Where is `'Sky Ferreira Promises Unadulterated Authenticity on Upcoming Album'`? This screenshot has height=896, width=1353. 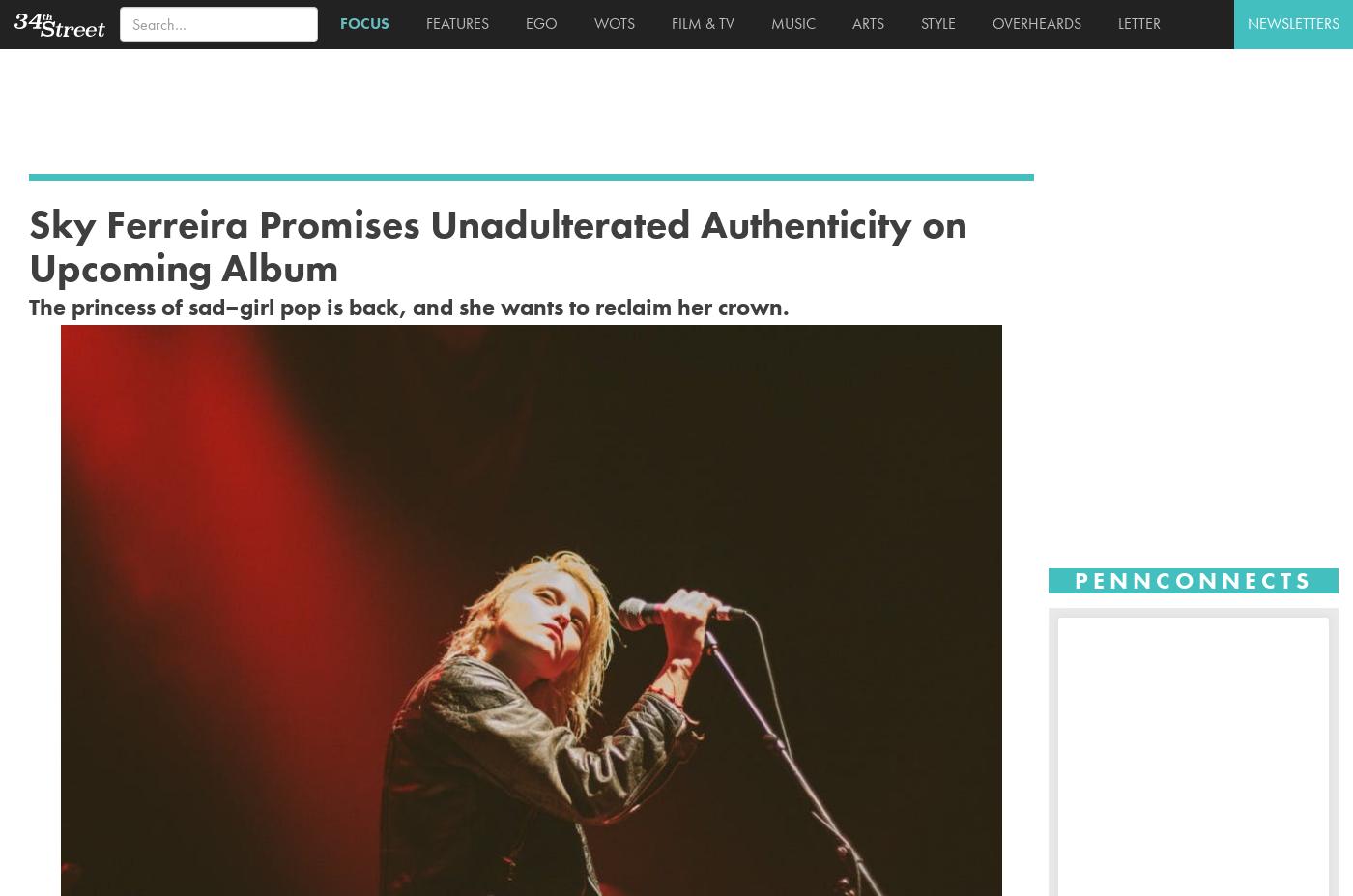 'Sky Ferreira Promises Unadulterated Authenticity on Upcoming Album' is located at coordinates (498, 245).